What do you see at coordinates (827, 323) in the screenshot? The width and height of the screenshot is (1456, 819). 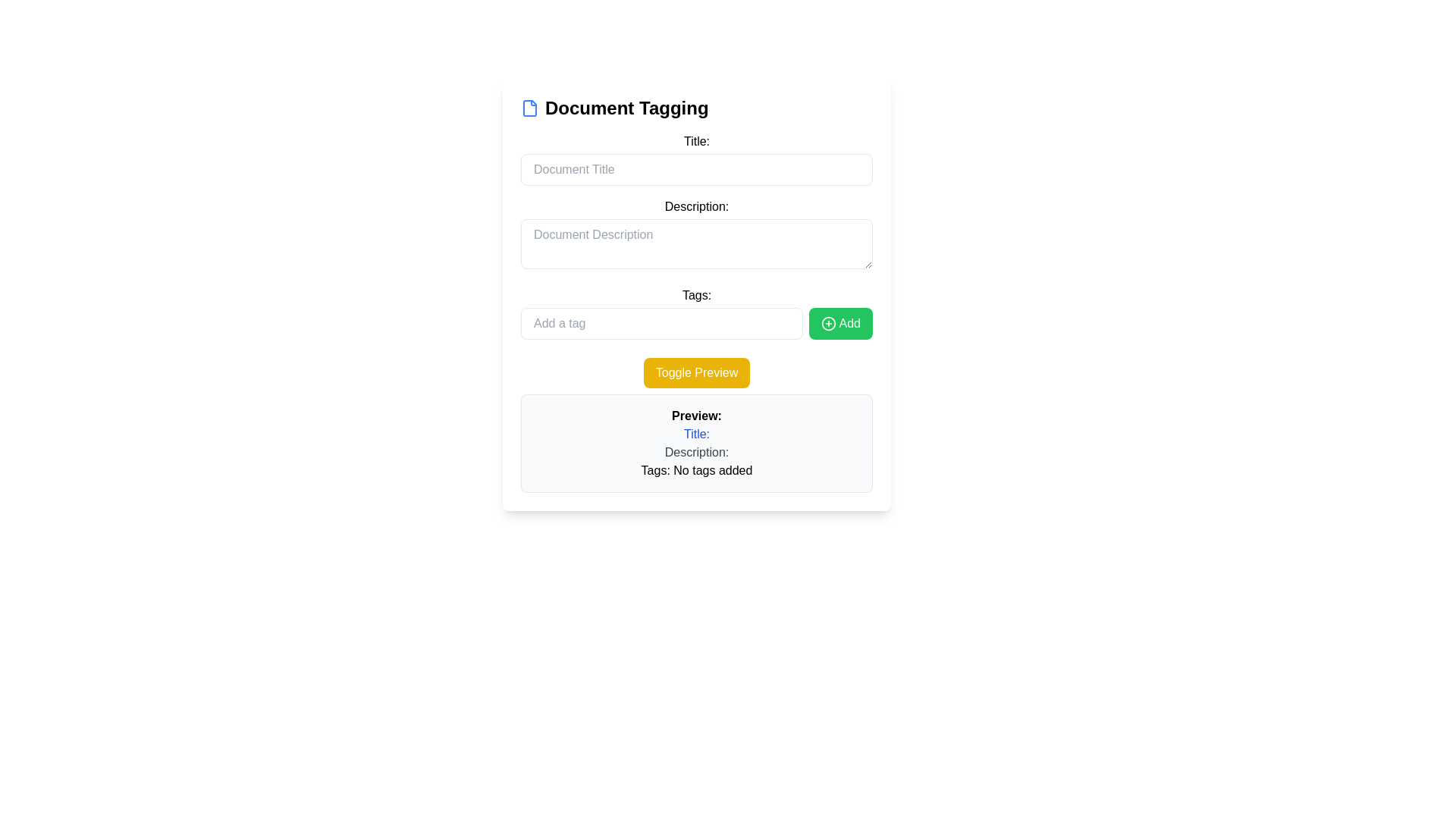 I see `the 'Add' button, which contains the tag icon positioned to the left of the text label 'Add'` at bounding box center [827, 323].